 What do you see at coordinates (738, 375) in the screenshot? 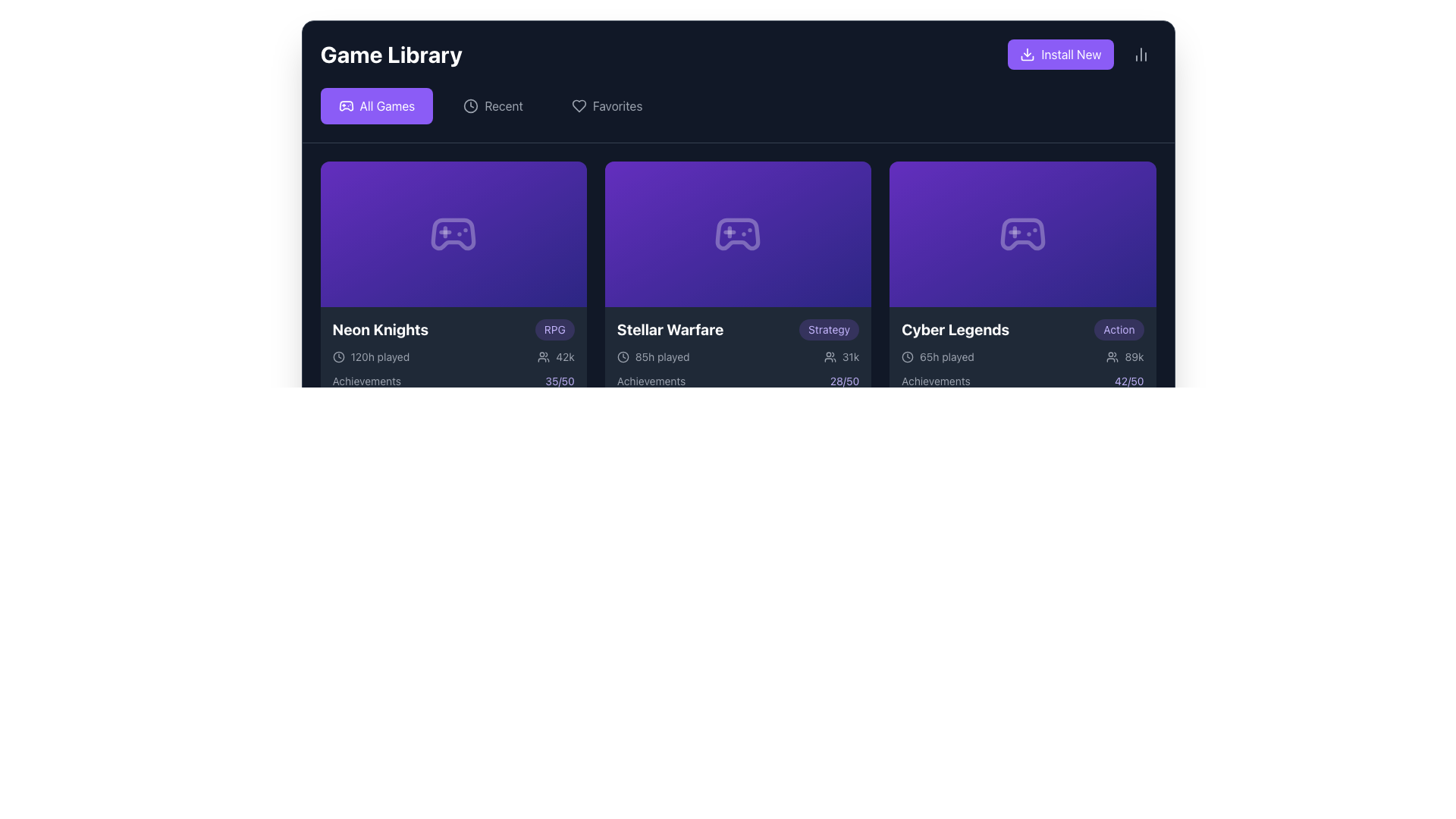
I see `the Informational and progress display panel of the 'Stellar Warfare' game` at bounding box center [738, 375].